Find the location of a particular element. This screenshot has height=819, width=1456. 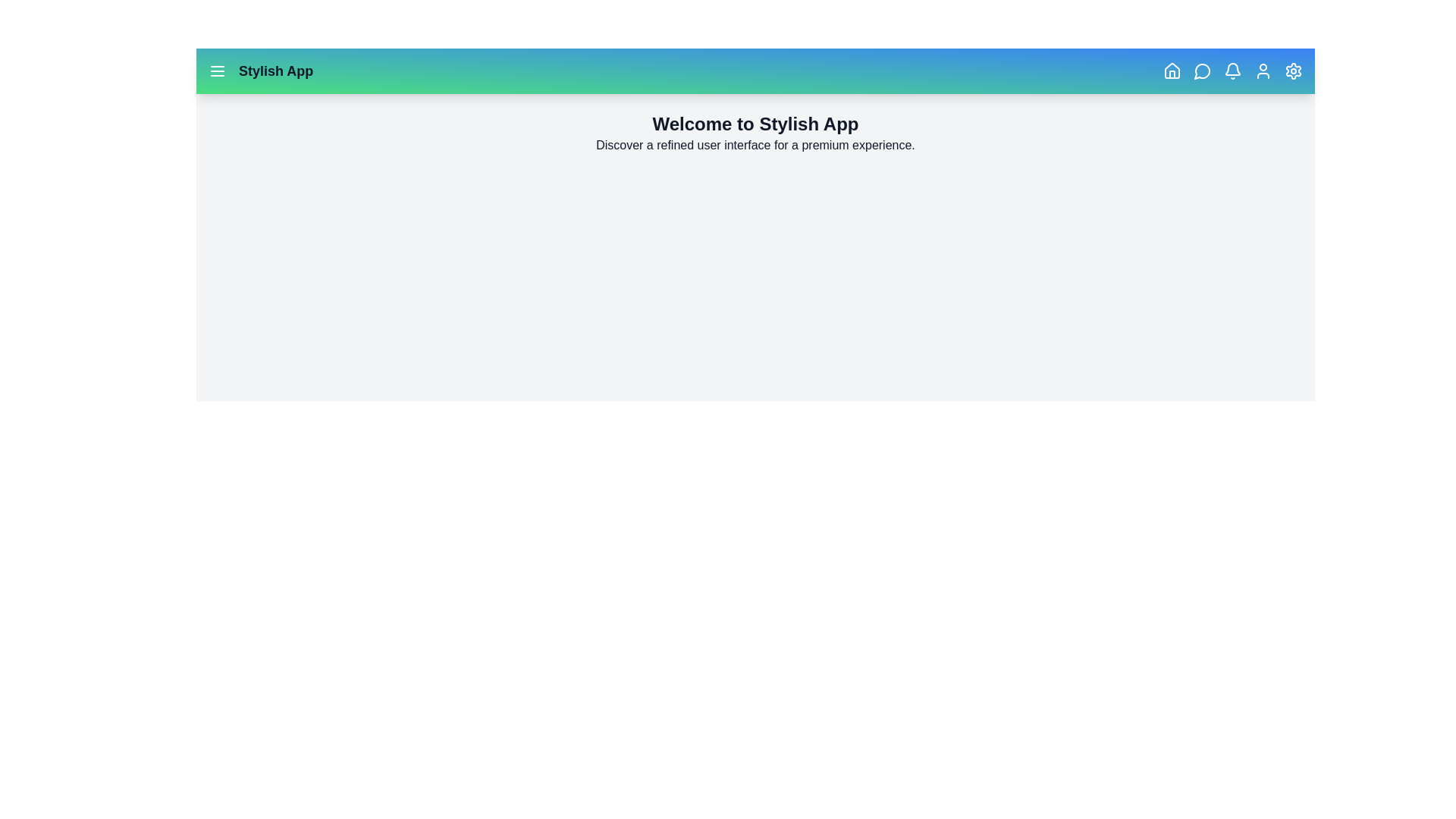

the menu button to toggle the navigation menu is located at coordinates (217, 71).